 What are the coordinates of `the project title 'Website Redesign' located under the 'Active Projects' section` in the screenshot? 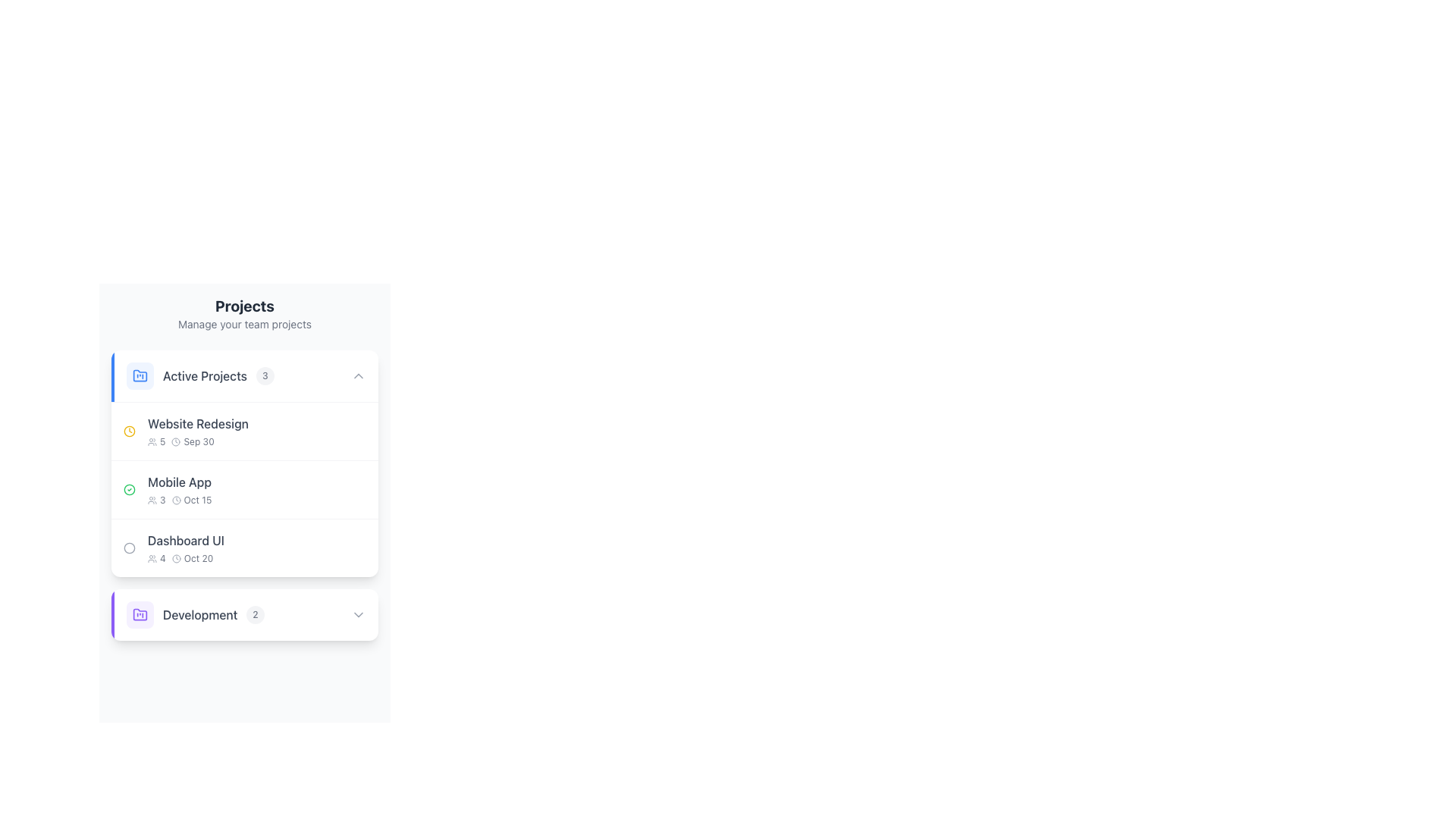 It's located at (185, 431).